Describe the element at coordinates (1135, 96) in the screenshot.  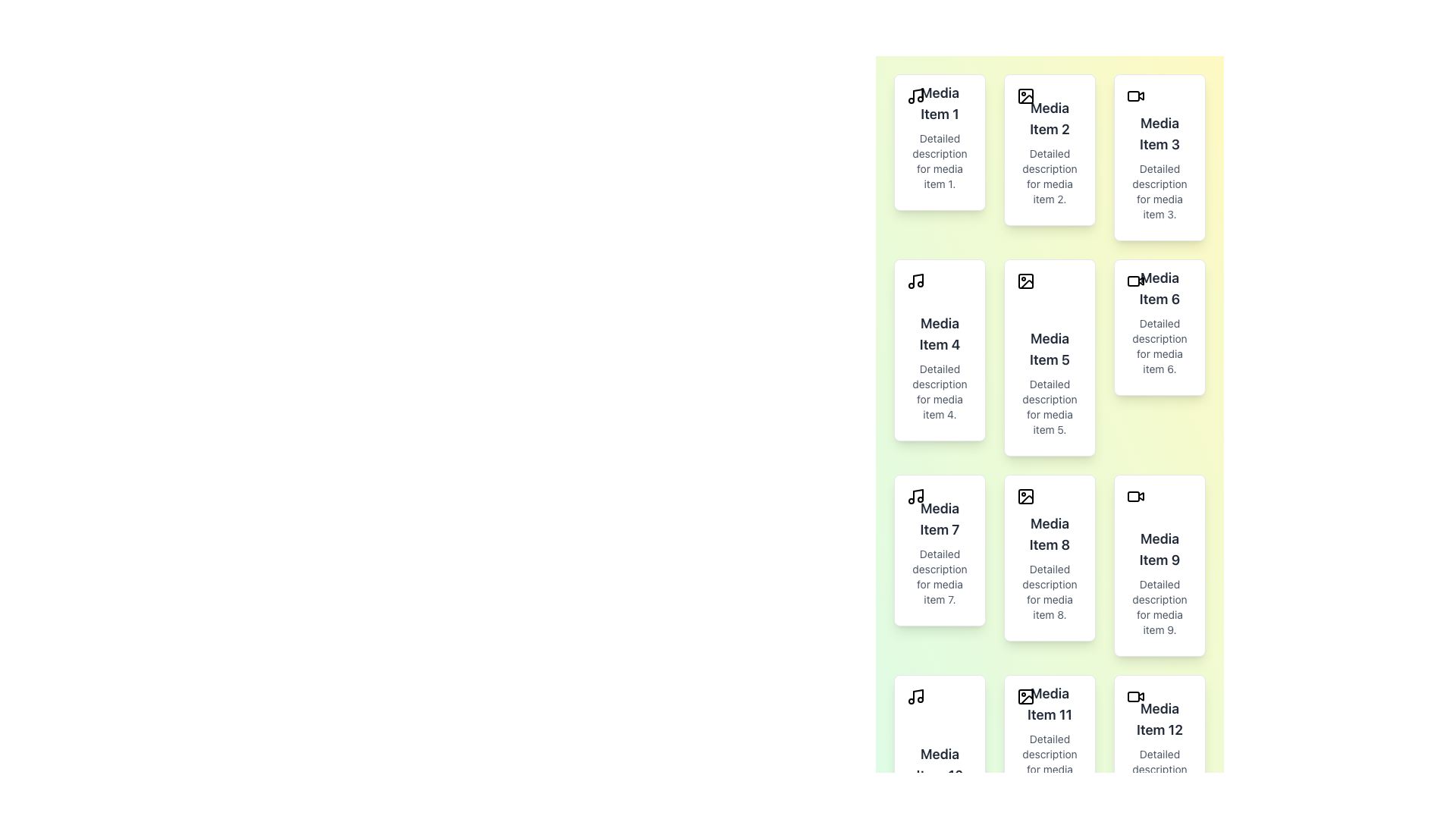
I see `the video camera icon located at the top-left corner of the card labeled 'Media Item 3' for a detailed view` at that location.